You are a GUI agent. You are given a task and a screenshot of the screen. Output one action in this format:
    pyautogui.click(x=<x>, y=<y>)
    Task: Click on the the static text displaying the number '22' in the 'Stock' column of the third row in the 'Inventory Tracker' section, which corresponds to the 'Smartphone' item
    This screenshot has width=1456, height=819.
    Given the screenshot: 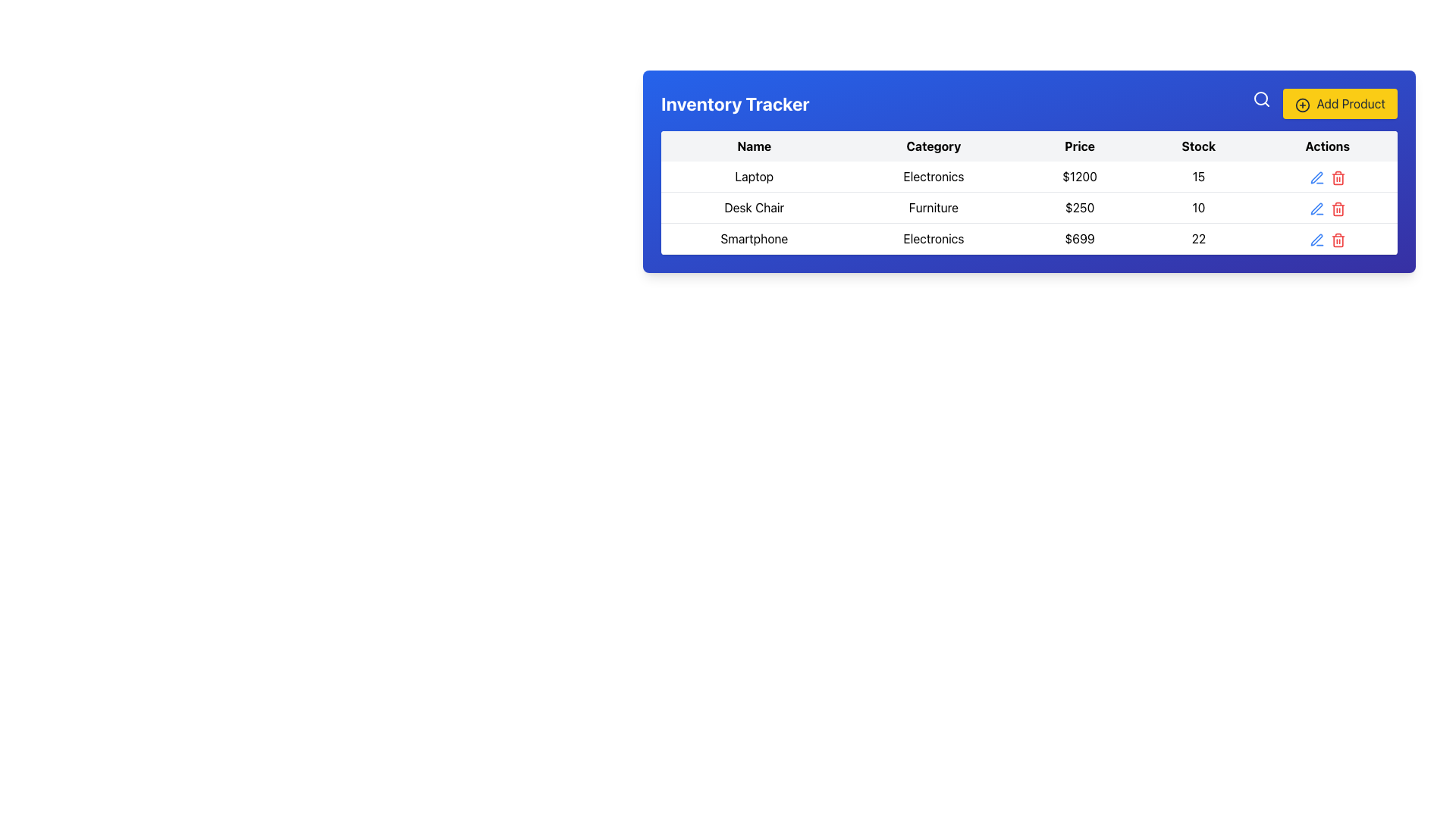 What is the action you would take?
    pyautogui.click(x=1197, y=239)
    